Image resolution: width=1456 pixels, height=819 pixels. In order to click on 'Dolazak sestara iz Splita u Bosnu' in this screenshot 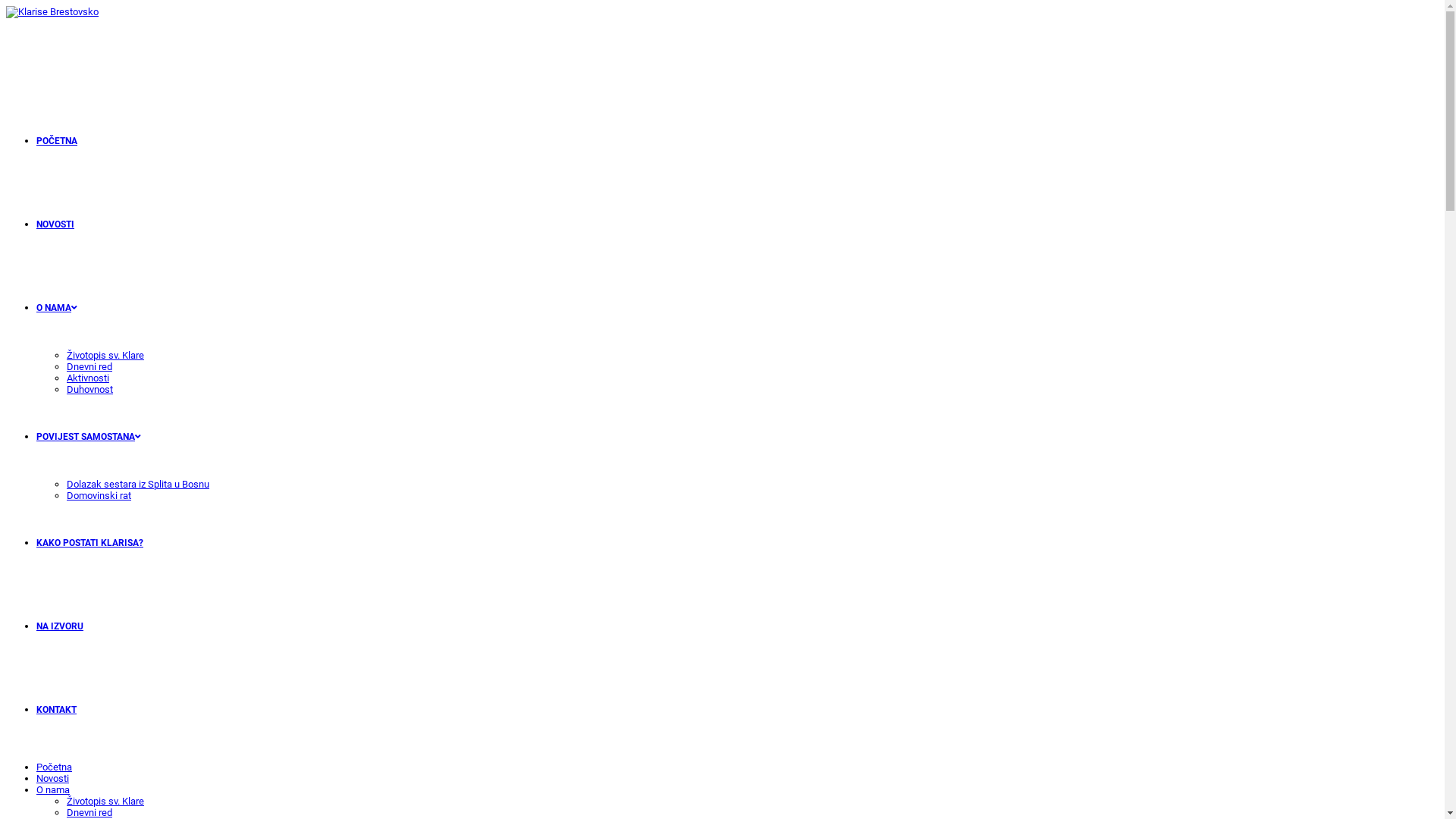, I will do `click(138, 484)`.